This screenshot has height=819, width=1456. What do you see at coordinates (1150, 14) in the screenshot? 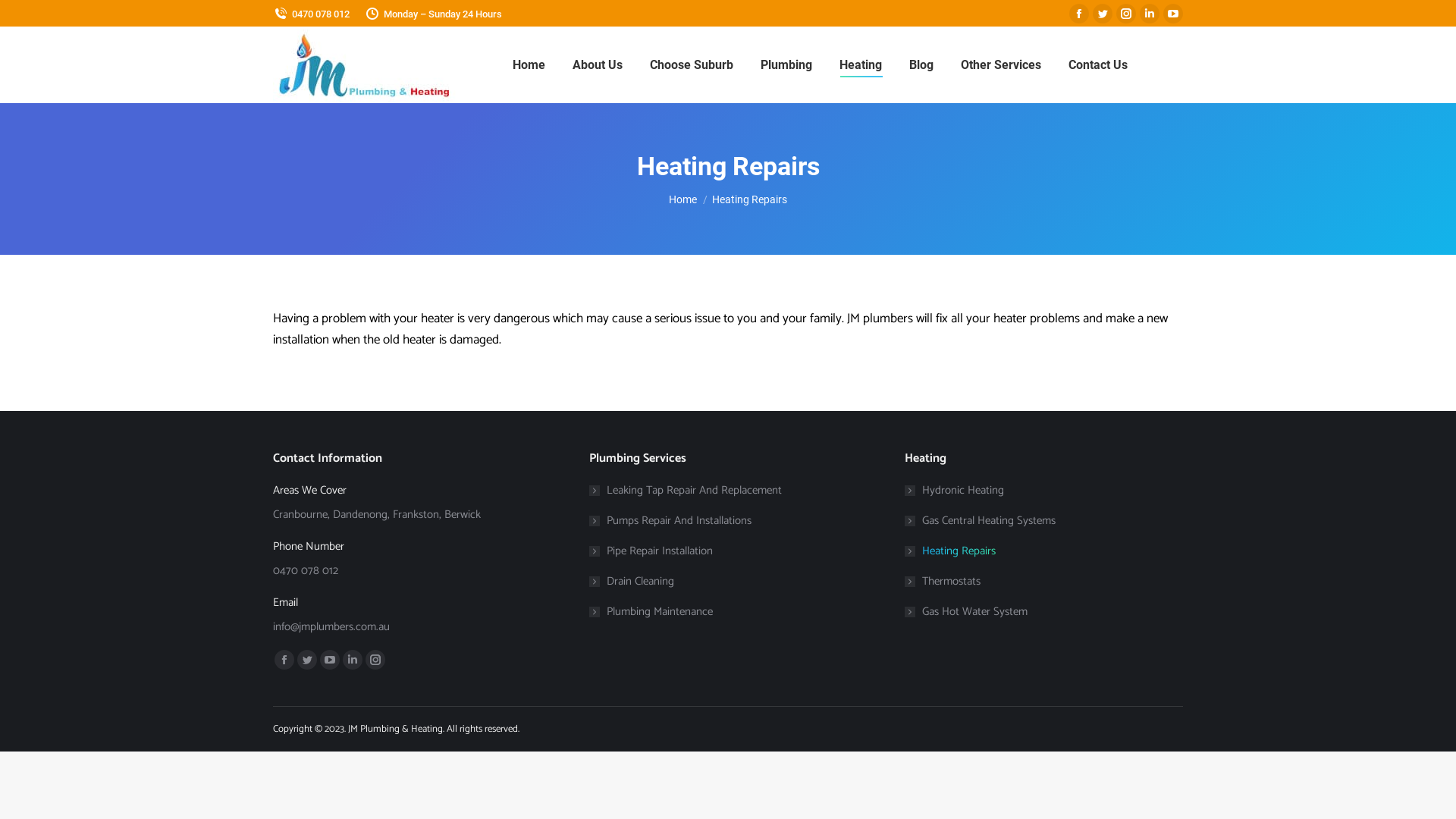
I see `'Linkedin page opens in new window'` at bounding box center [1150, 14].